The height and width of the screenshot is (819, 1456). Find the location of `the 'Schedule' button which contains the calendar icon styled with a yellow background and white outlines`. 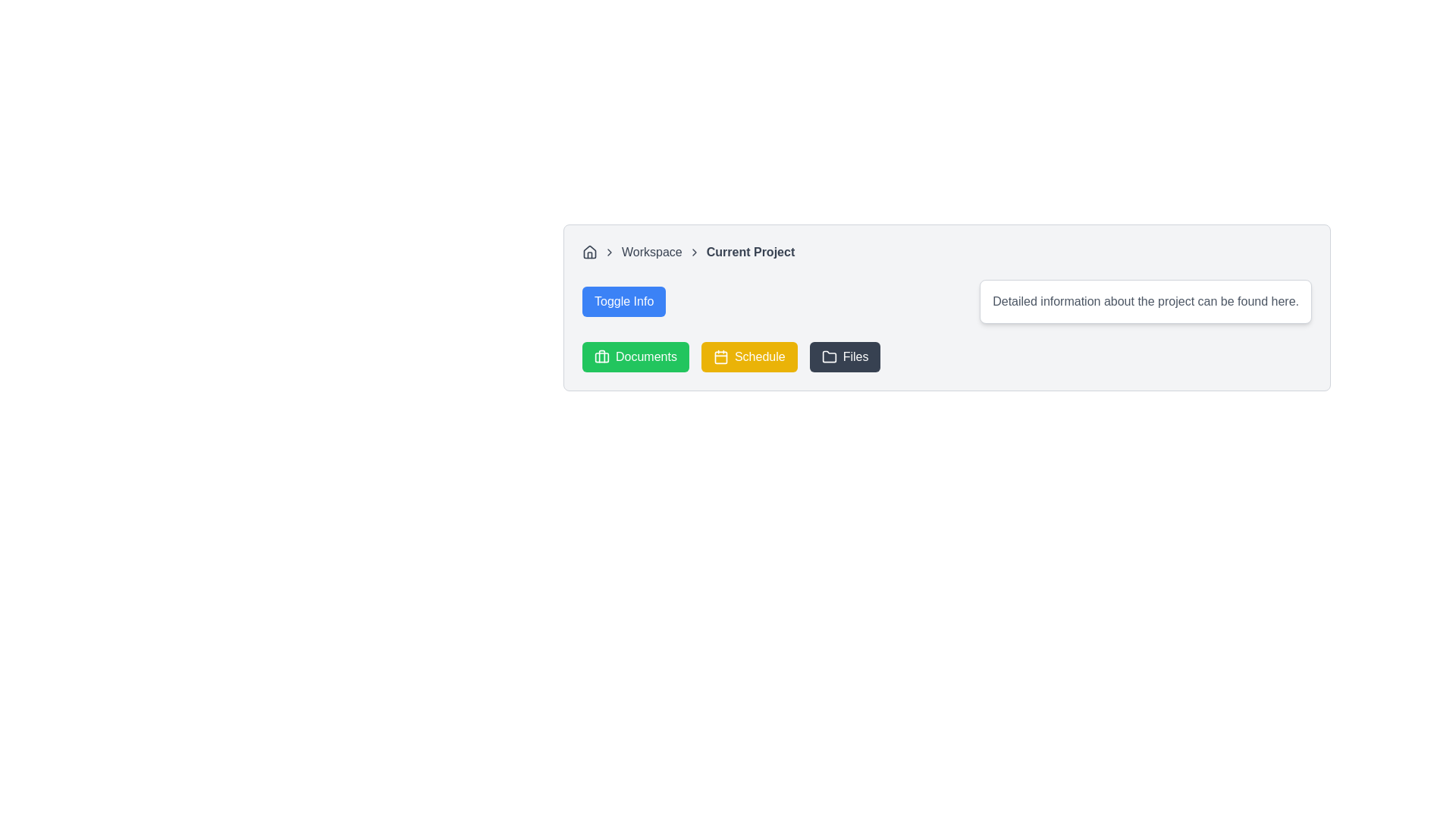

the 'Schedule' button which contains the calendar icon styled with a yellow background and white outlines is located at coordinates (720, 356).